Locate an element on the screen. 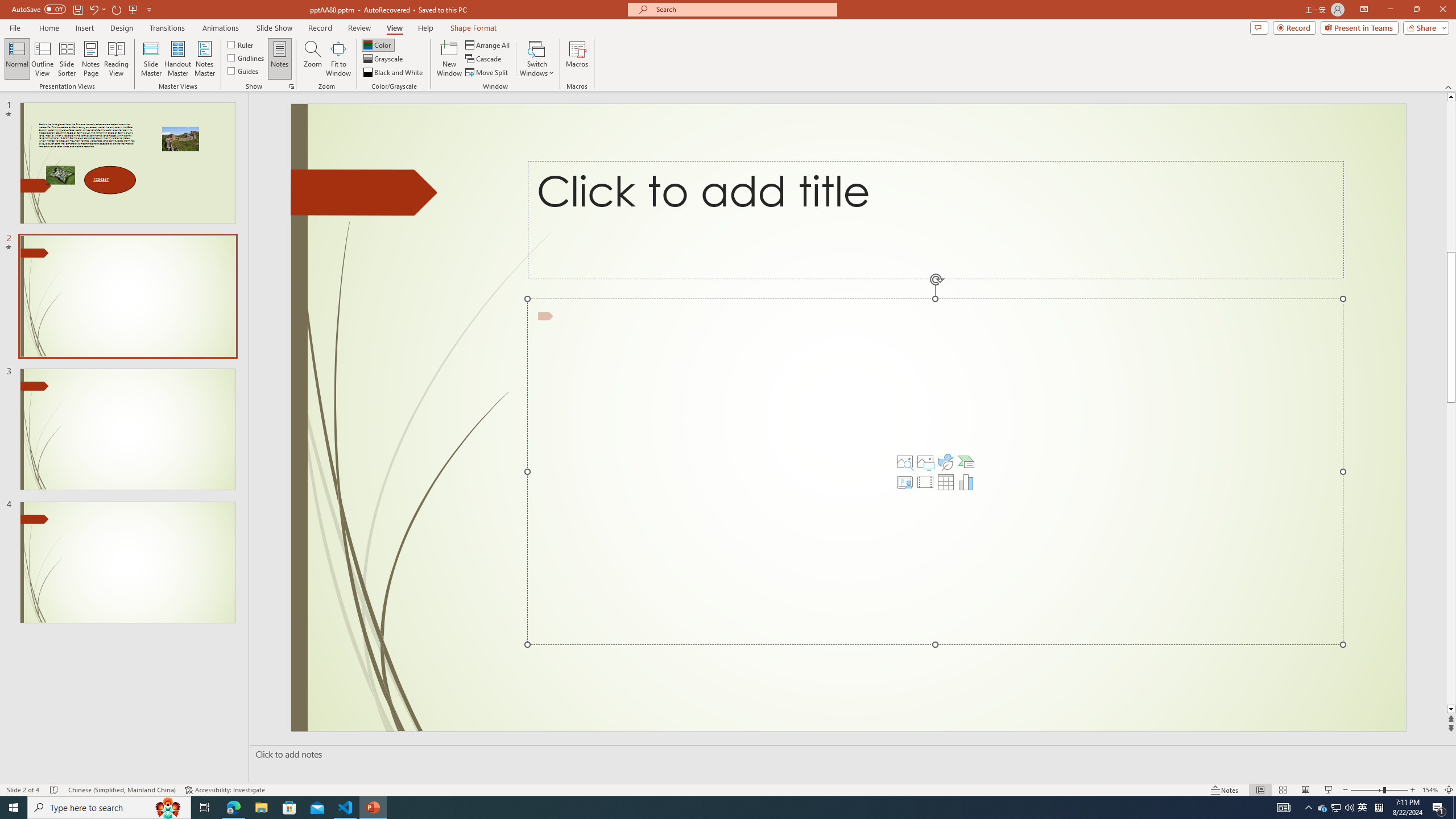  'New Window' is located at coordinates (448, 59).